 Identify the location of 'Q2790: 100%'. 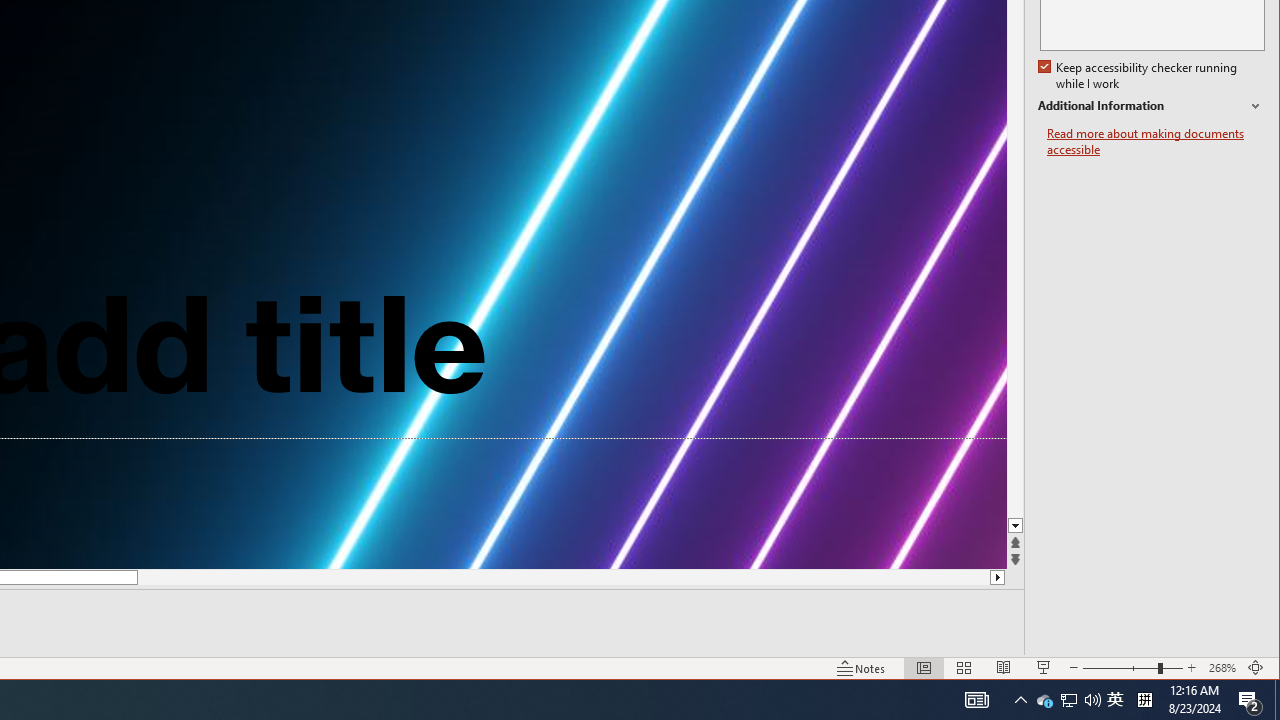
(1044, 698).